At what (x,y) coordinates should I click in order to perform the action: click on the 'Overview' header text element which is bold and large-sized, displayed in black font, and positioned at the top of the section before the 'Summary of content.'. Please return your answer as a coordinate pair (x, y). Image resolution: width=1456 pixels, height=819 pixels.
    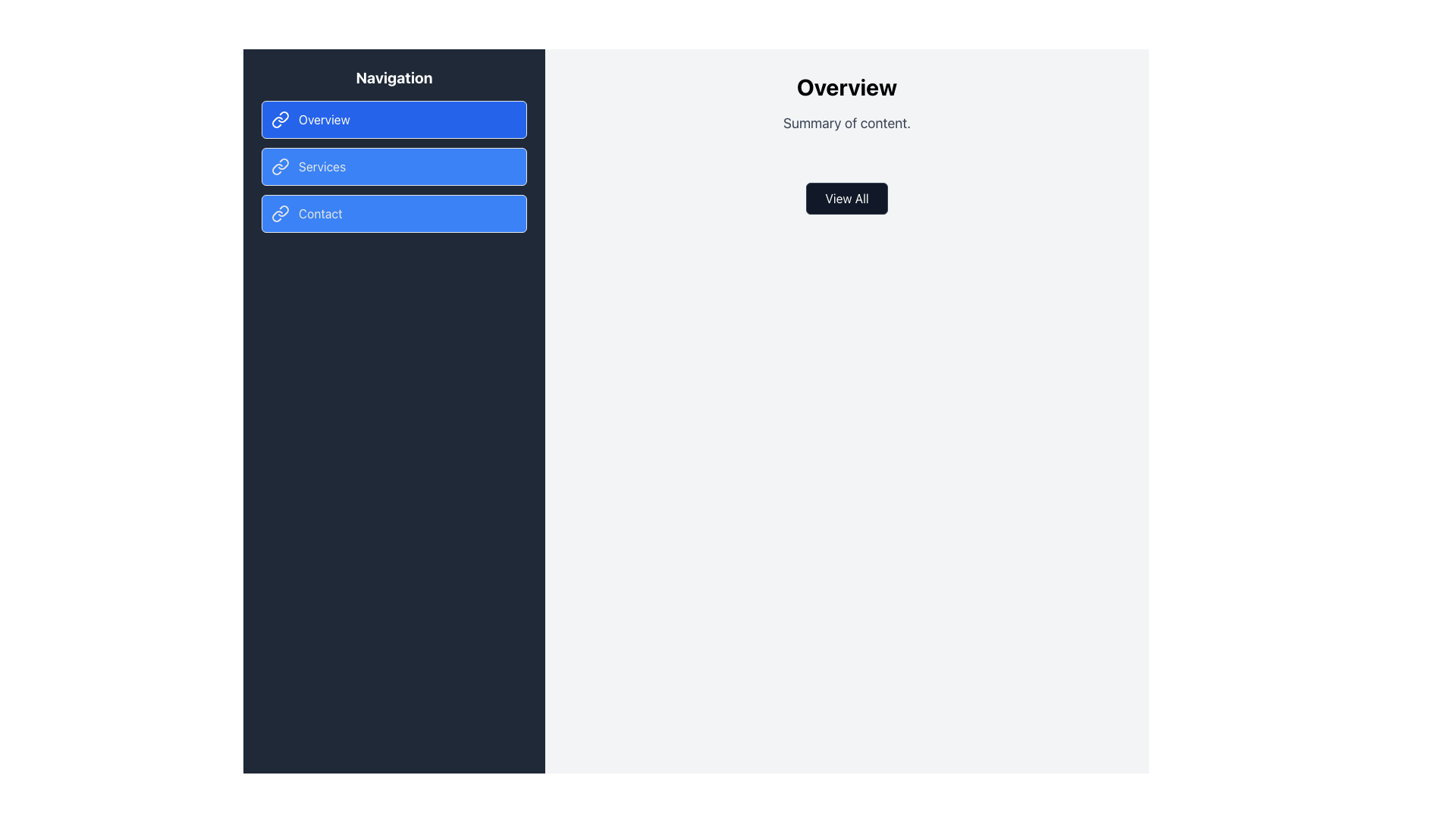
    Looking at the image, I should click on (846, 87).